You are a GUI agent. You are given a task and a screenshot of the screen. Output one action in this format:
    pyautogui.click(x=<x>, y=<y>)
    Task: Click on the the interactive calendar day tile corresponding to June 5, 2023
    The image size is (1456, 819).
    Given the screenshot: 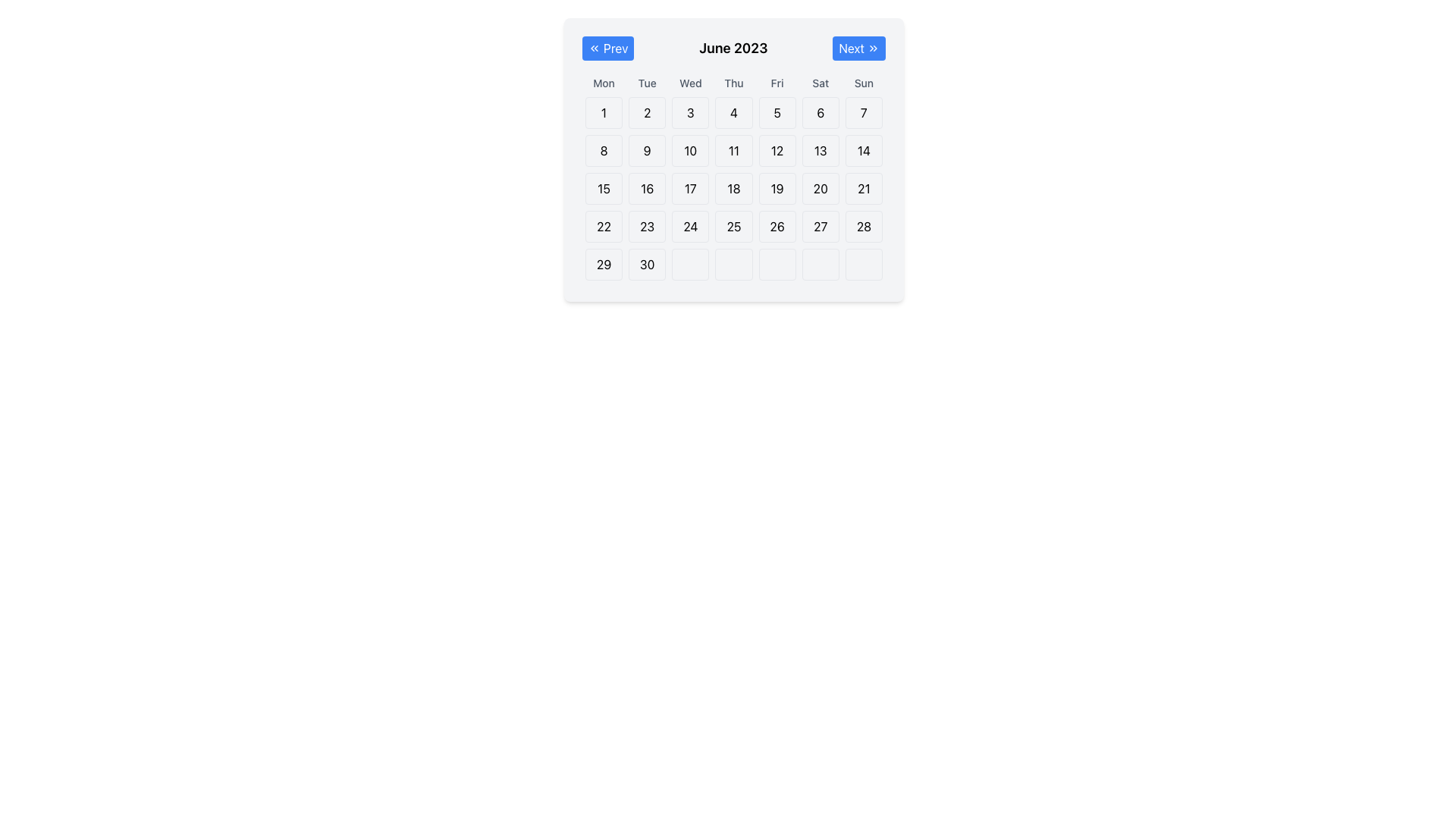 What is the action you would take?
    pyautogui.click(x=777, y=112)
    